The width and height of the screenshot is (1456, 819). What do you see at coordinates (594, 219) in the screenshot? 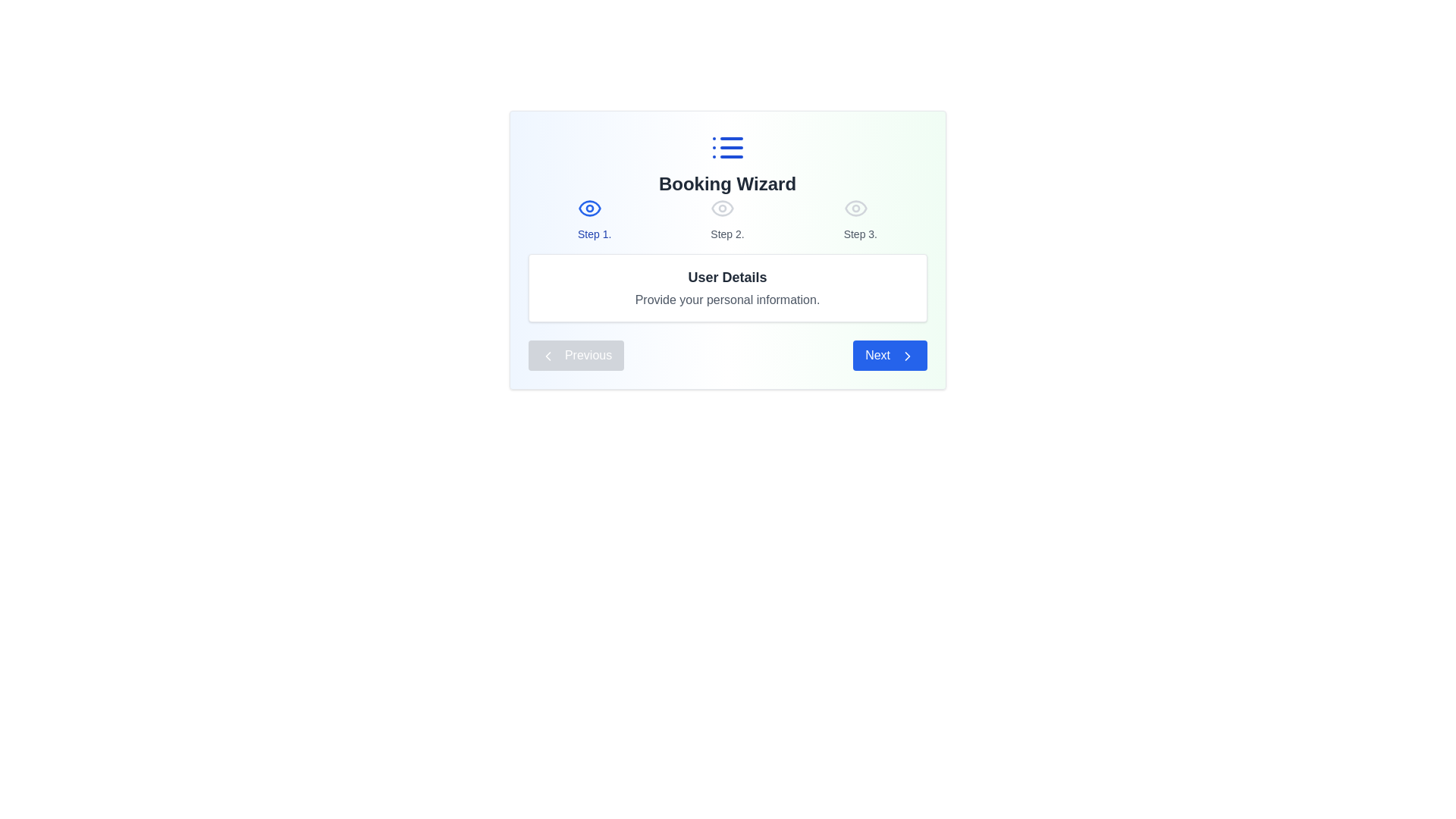
I see `the first step icon in the Booking Wizard, which visually indicates the initial stage of a multistep process` at bounding box center [594, 219].